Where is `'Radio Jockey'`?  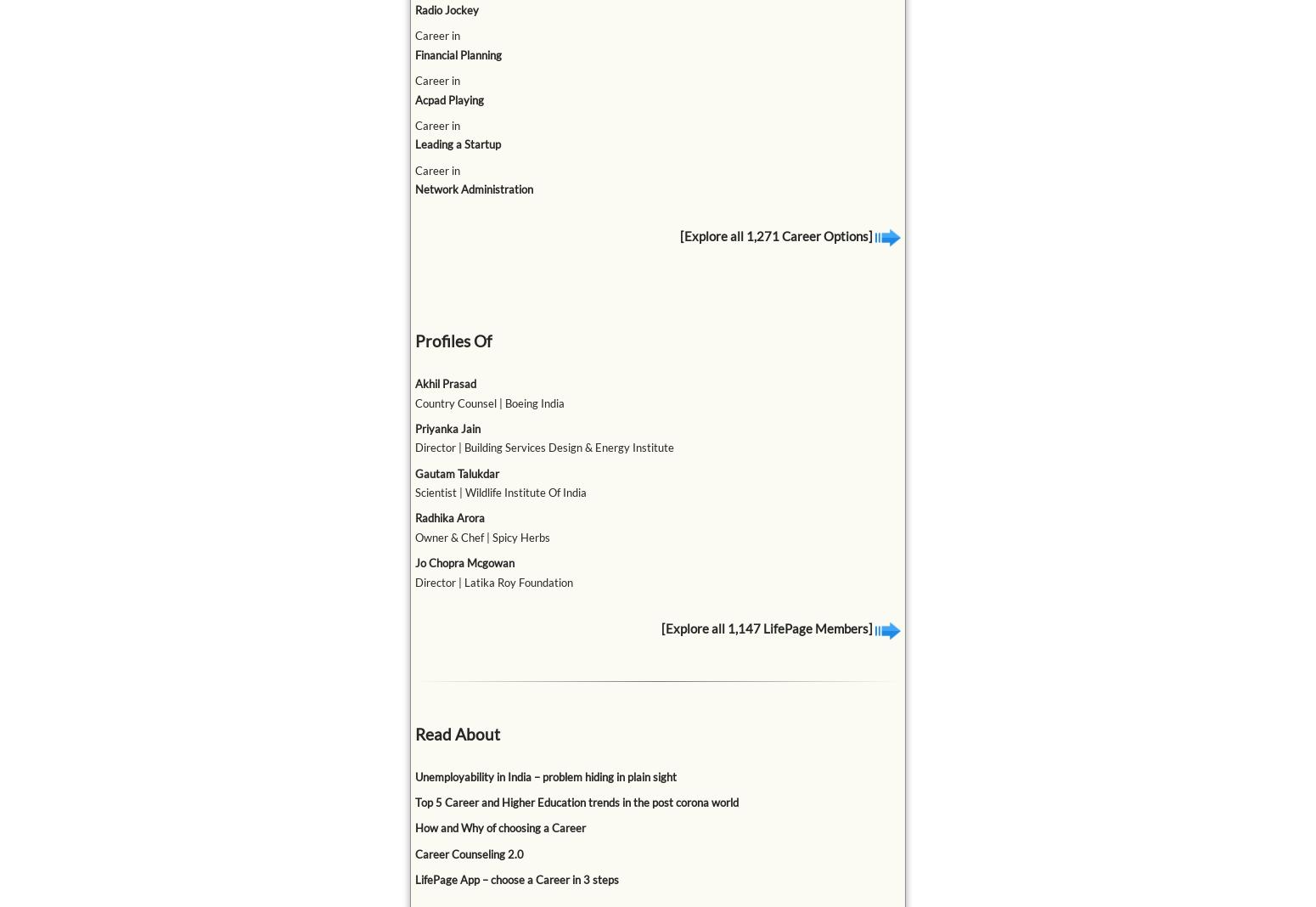
'Radio Jockey' is located at coordinates (413, 8).